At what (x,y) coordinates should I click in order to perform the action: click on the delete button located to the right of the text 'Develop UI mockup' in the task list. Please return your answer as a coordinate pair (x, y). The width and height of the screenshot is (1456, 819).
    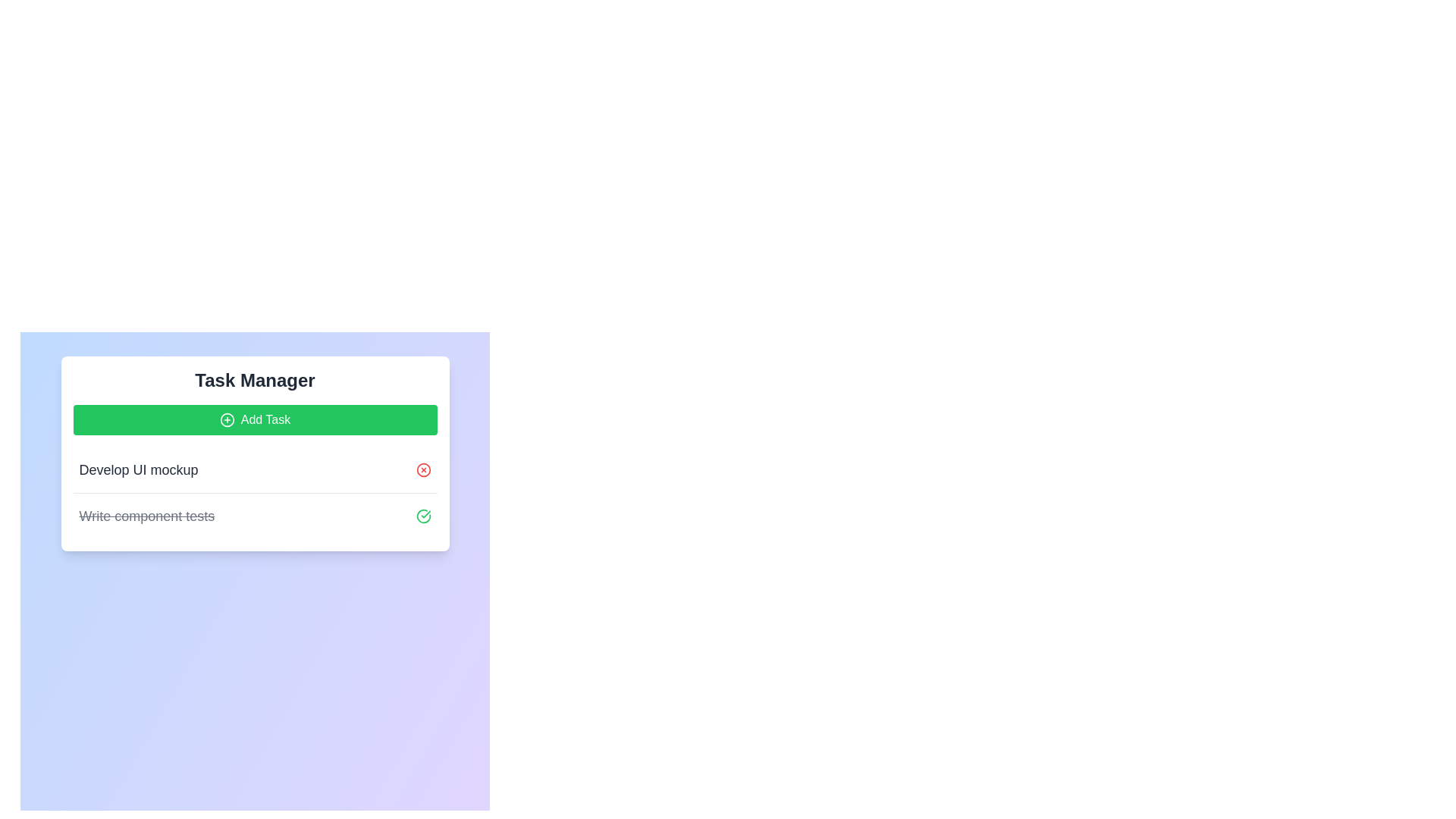
    Looking at the image, I should click on (423, 469).